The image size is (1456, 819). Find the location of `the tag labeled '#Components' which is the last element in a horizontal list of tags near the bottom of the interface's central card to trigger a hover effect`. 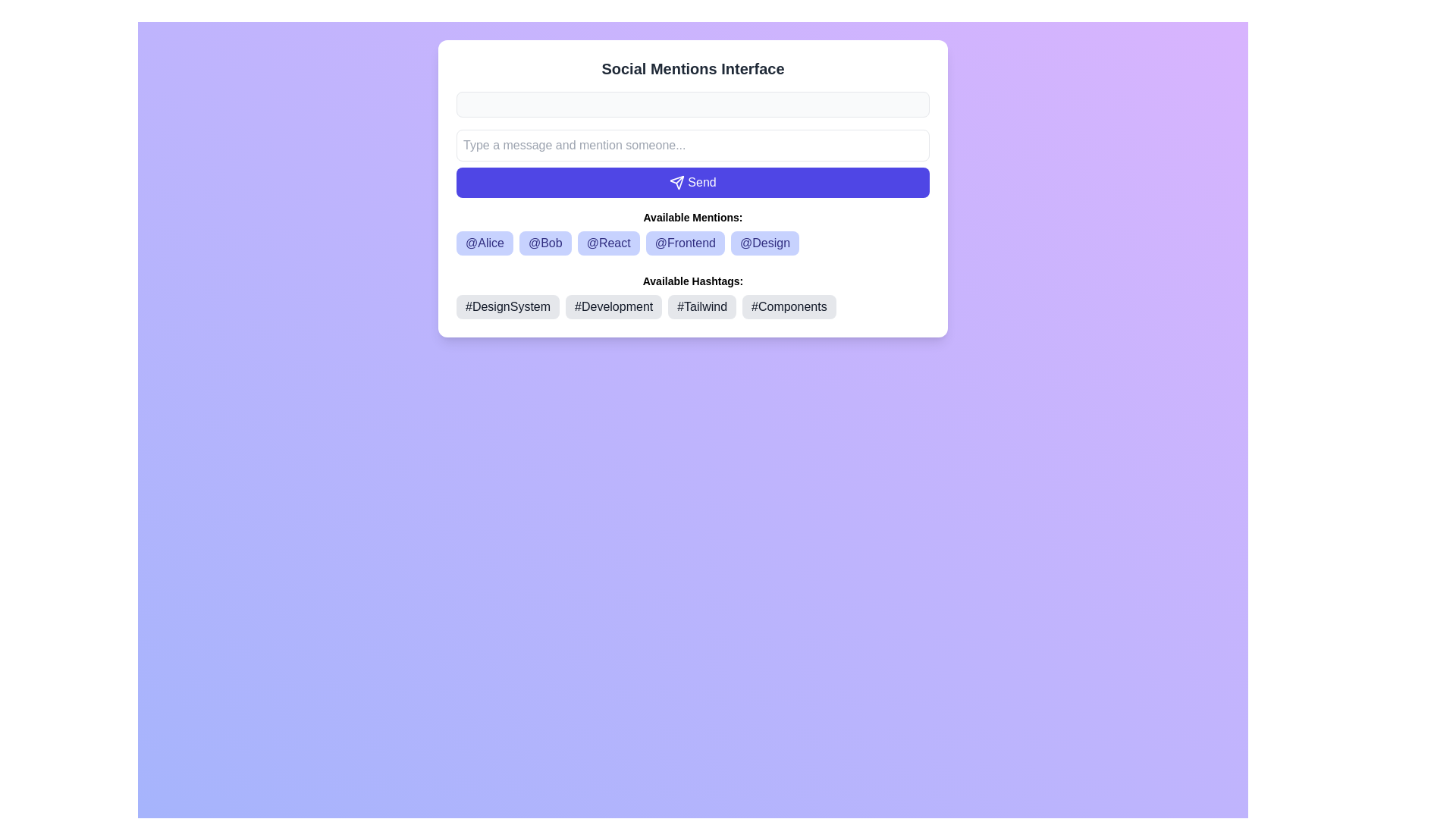

the tag labeled '#Components' which is the last element in a horizontal list of tags near the bottom of the interface's central card to trigger a hover effect is located at coordinates (789, 307).